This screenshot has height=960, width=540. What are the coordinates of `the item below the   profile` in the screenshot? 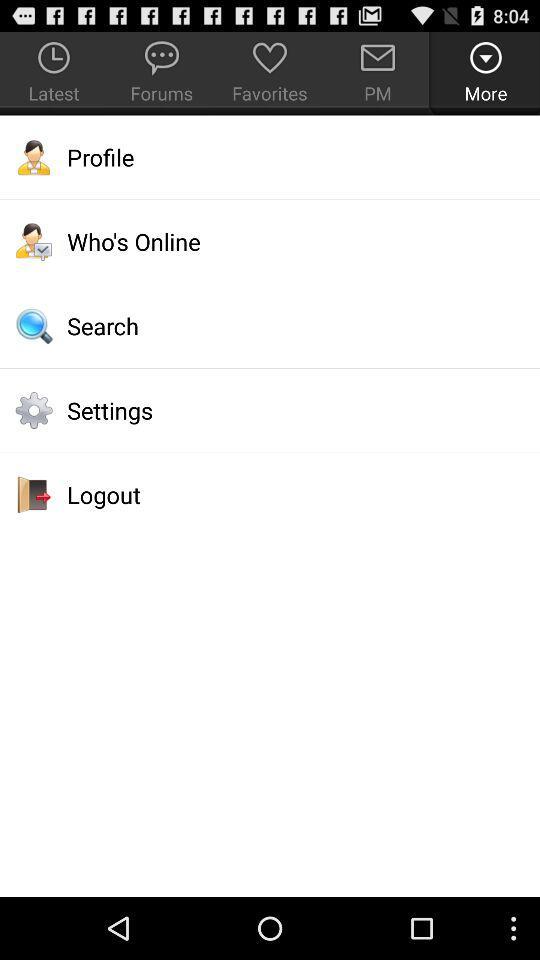 It's located at (270, 240).